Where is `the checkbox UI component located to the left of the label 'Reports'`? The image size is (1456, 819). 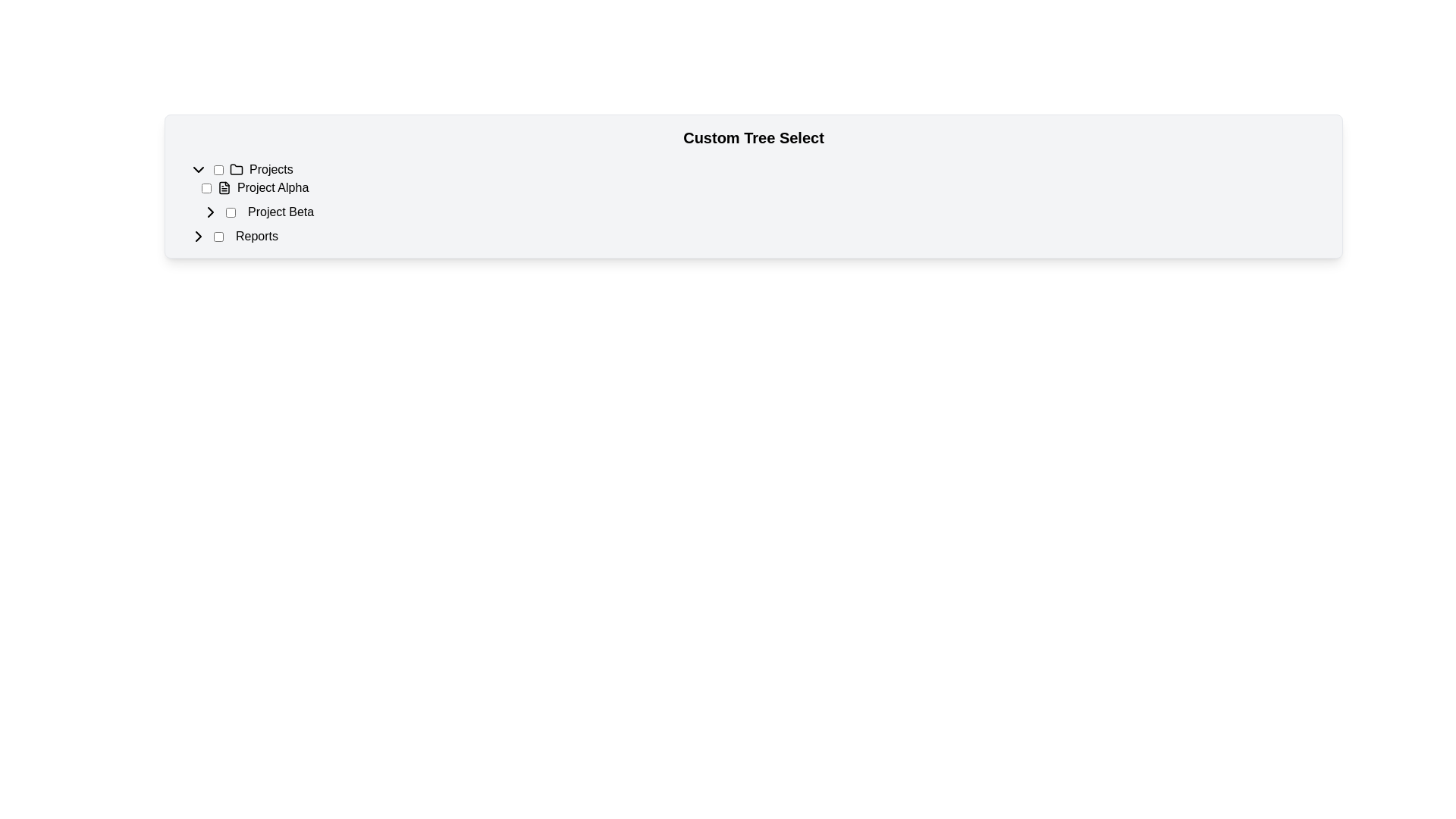 the checkbox UI component located to the left of the label 'Reports' is located at coordinates (218, 237).